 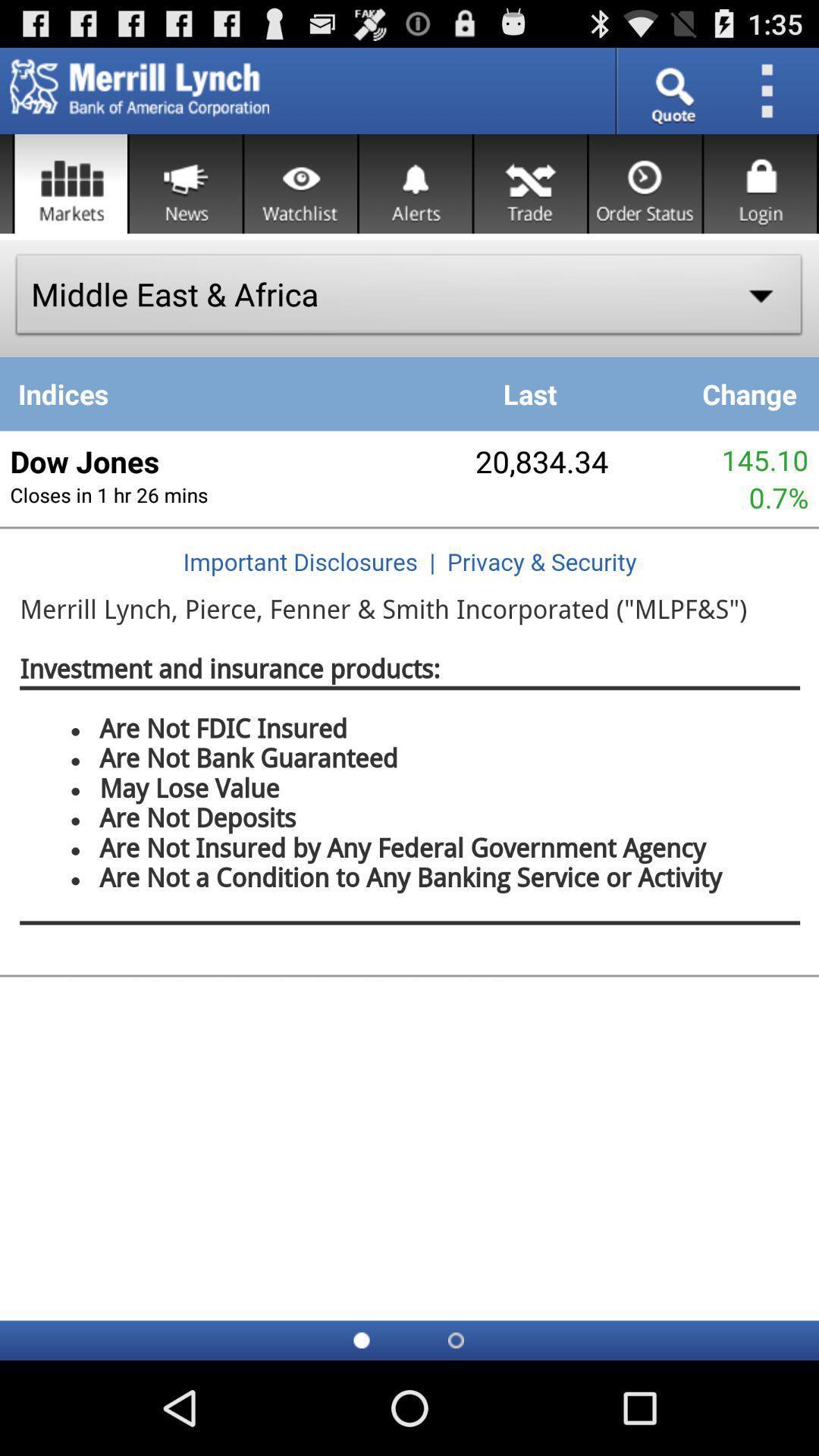 What do you see at coordinates (760, 196) in the screenshot?
I see `the lock icon` at bounding box center [760, 196].